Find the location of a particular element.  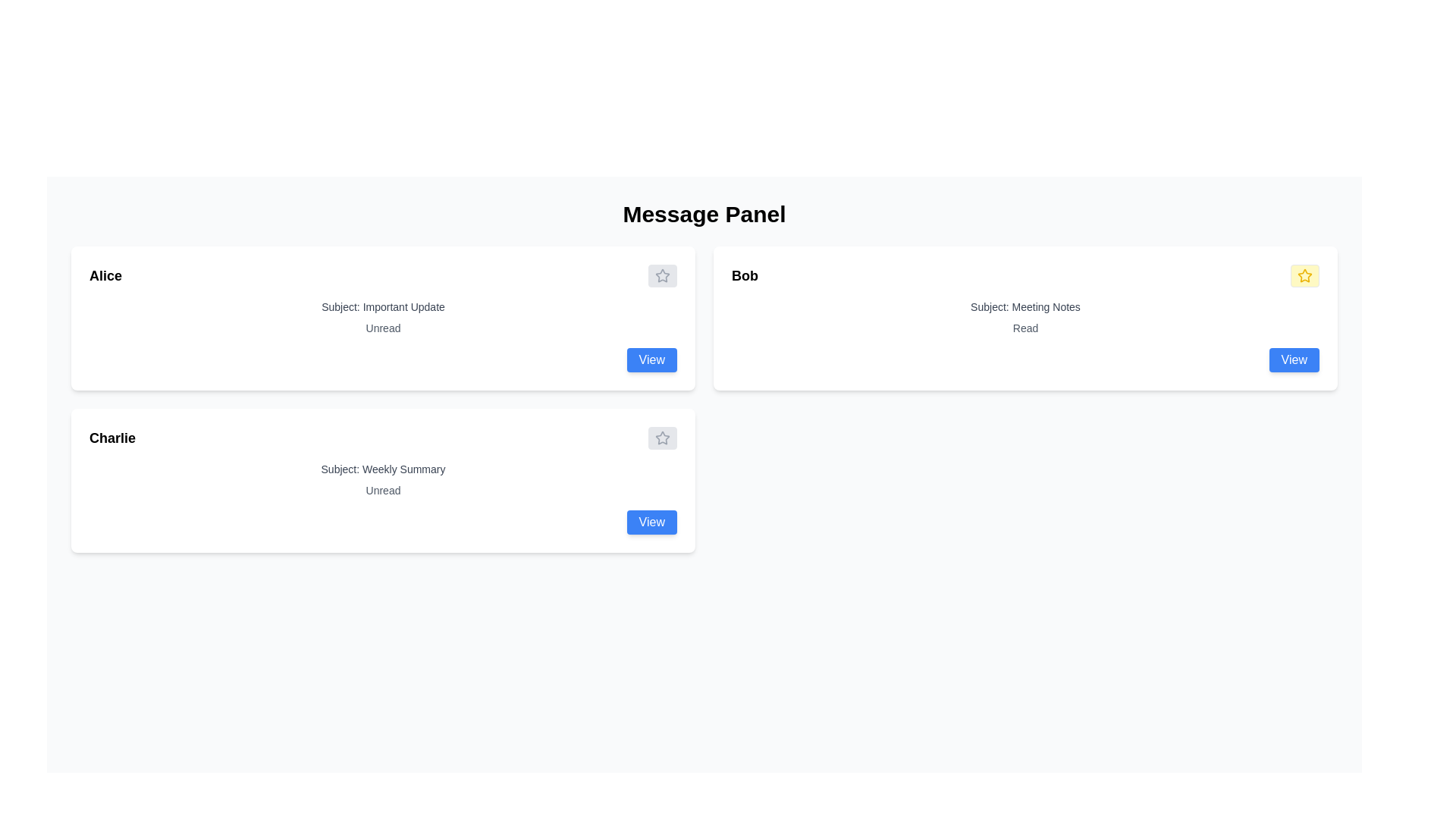

the text display that shows the subject of the message from sender Alice, located below the 'Alice' heading and above the 'Unread' text within the card is located at coordinates (383, 307).